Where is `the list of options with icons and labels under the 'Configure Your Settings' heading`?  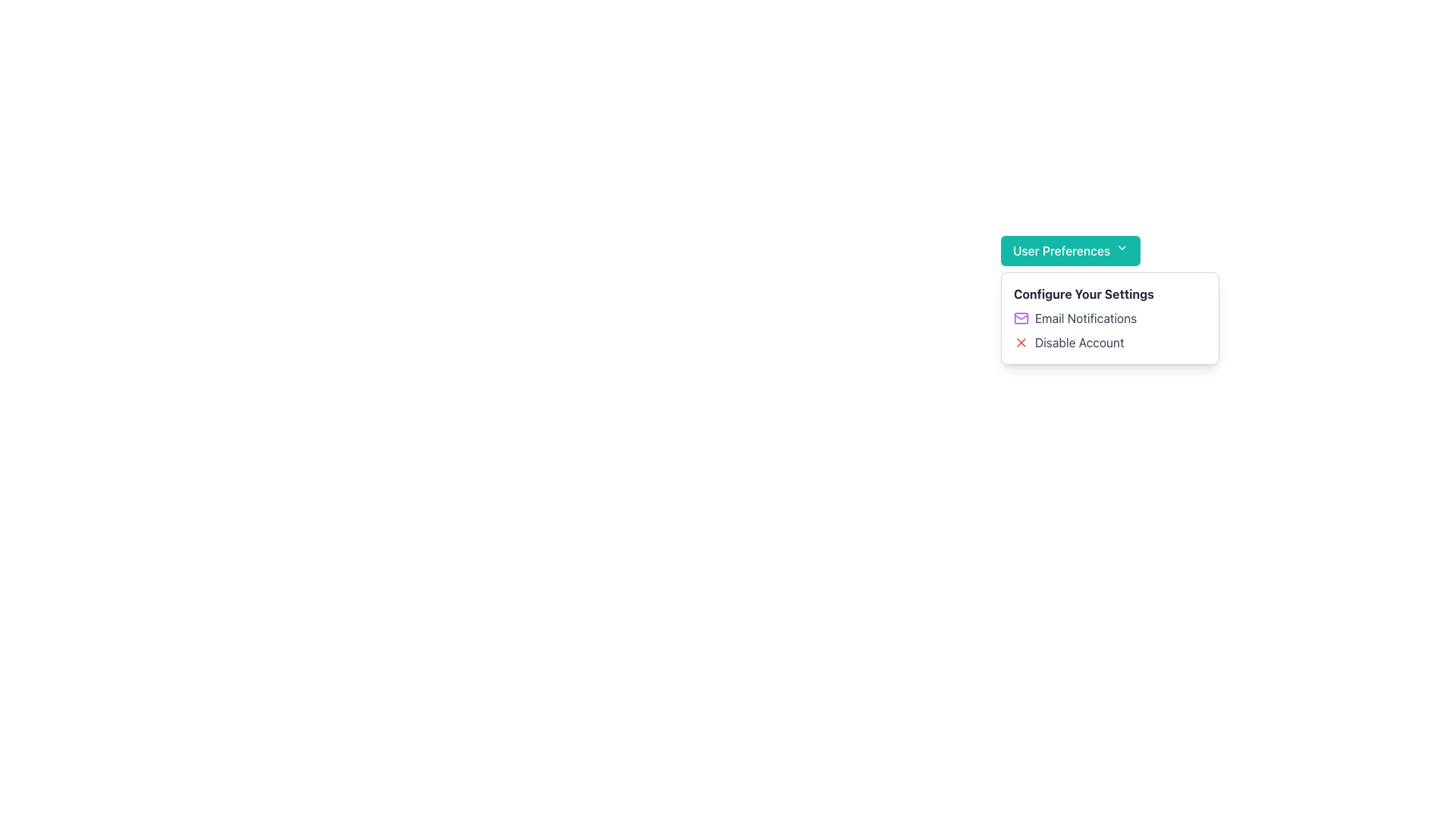
the list of options with icons and labels under the 'Configure Your Settings' heading is located at coordinates (1109, 329).